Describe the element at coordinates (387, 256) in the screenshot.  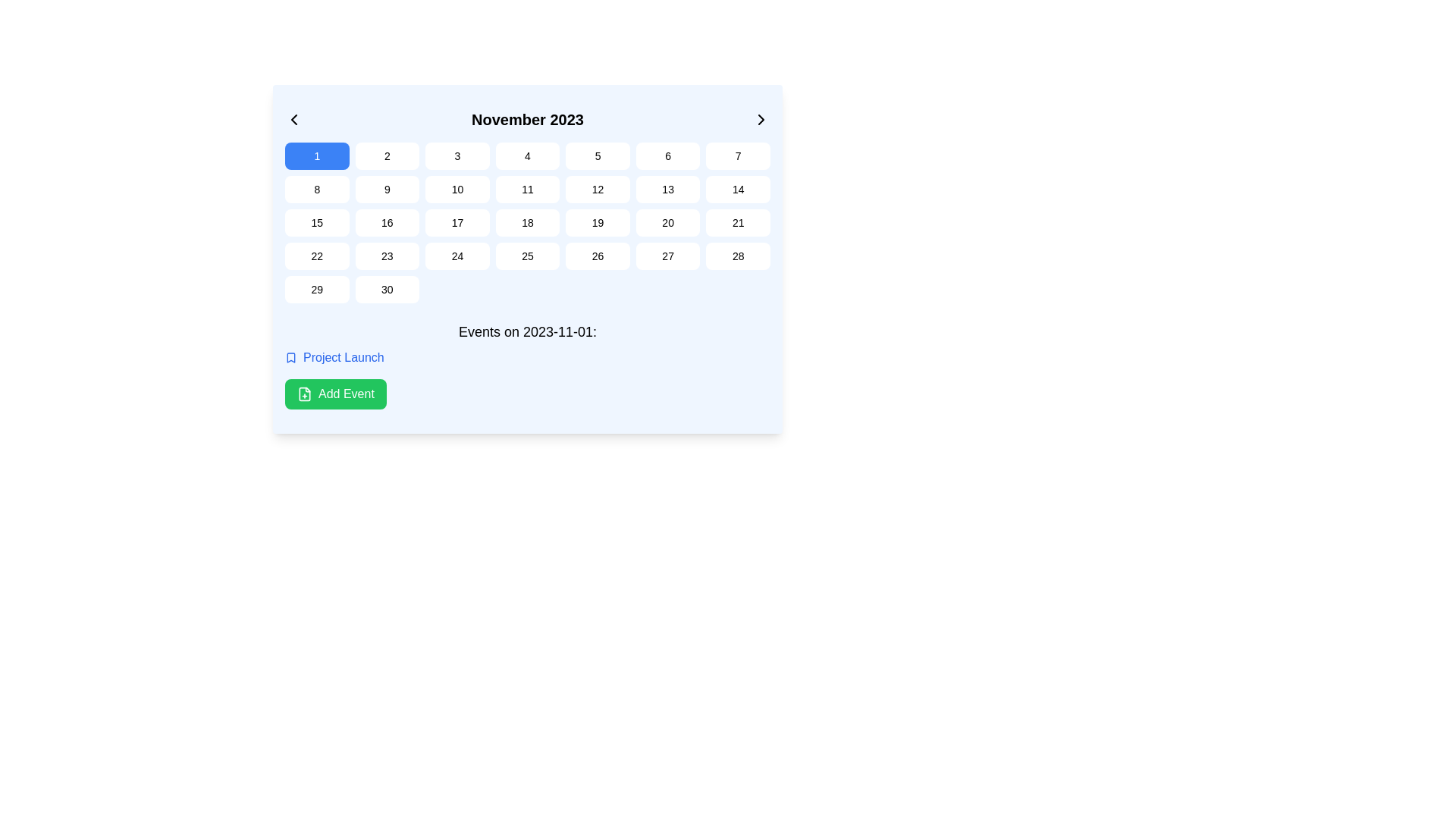
I see `the calendar date button representing the date '23' in the fifth column of the fourth row under 'November 2023'` at that location.